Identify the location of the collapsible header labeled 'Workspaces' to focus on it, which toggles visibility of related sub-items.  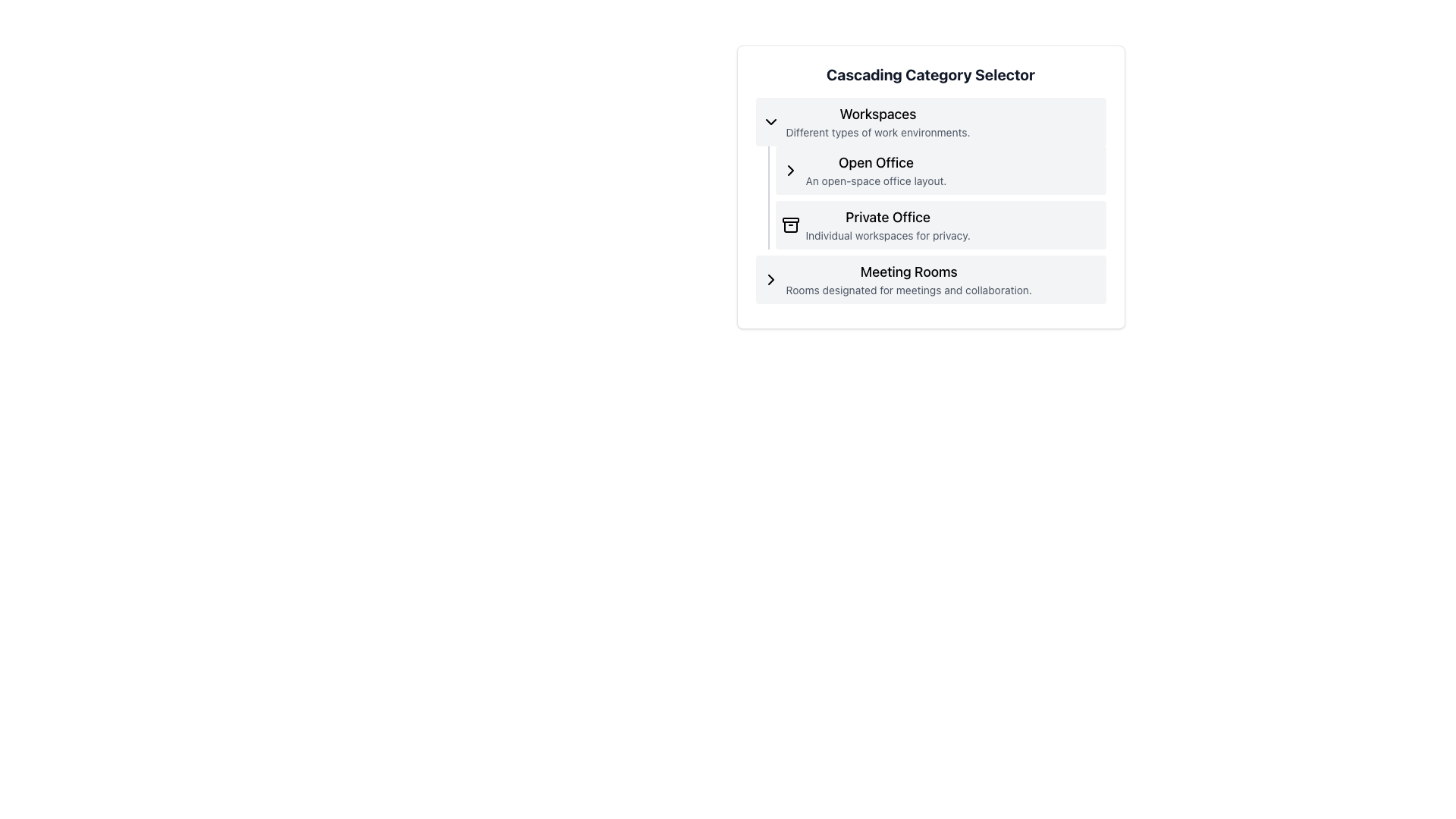
(930, 121).